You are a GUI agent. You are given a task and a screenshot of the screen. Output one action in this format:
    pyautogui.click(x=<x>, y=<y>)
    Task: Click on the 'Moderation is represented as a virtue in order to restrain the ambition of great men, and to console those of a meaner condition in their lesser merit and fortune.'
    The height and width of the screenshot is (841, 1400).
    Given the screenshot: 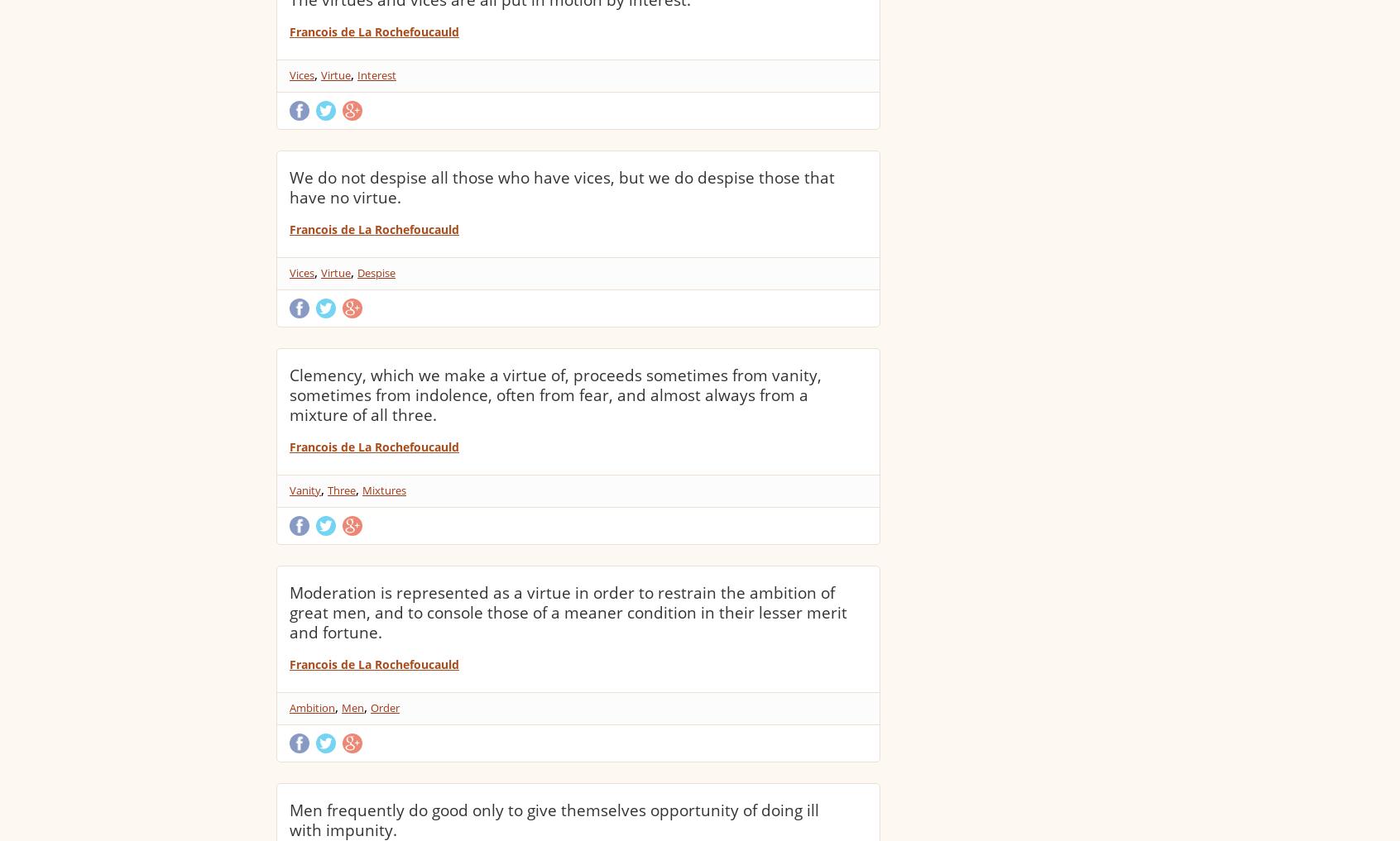 What is the action you would take?
    pyautogui.click(x=568, y=612)
    